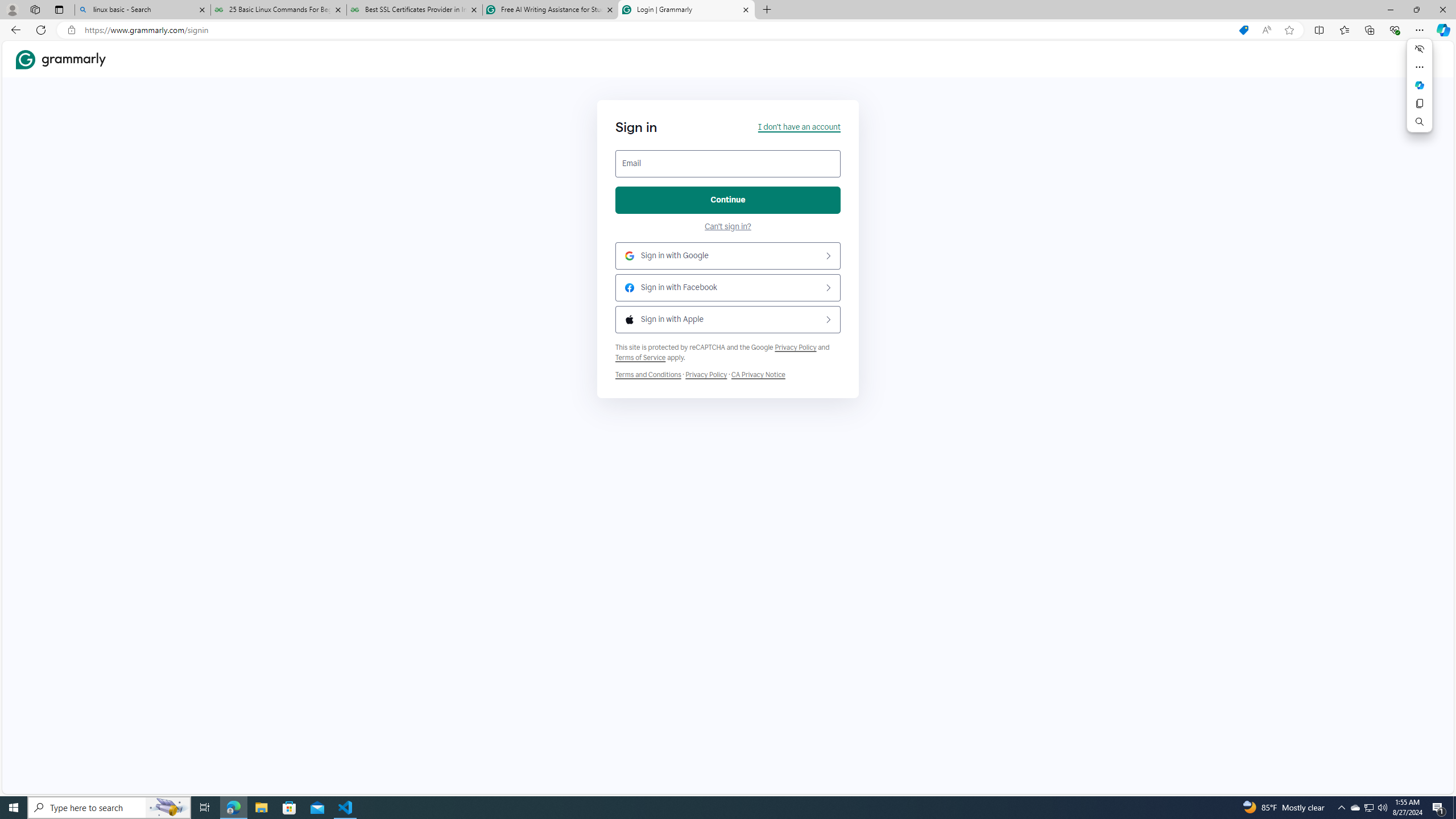  Describe the element at coordinates (728, 287) in the screenshot. I see `'Sign in with Facebook'` at that location.